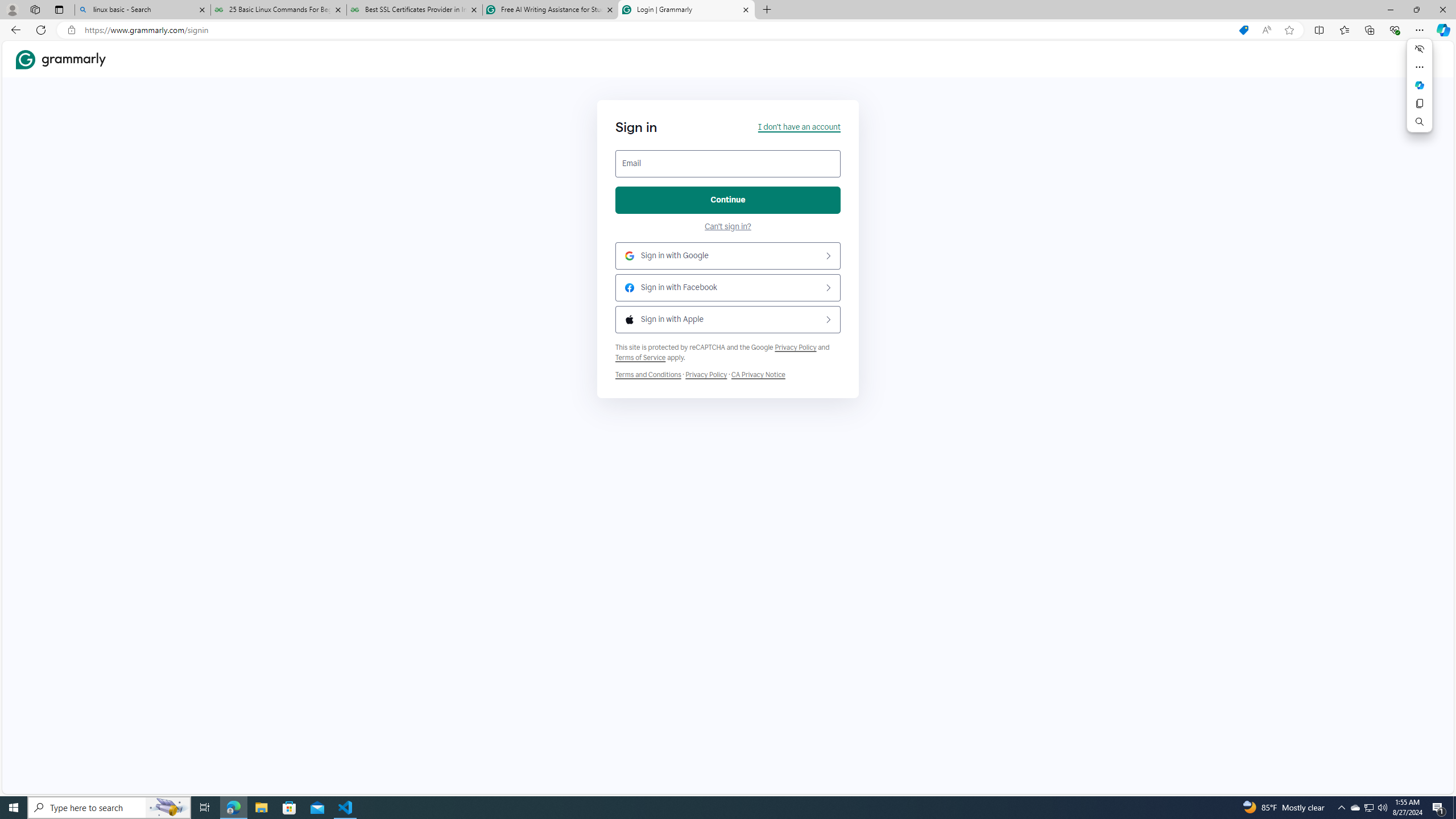  Describe the element at coordinates (728, 287) in the screenshot. I see `'Sign in with Facebook'` at that location.